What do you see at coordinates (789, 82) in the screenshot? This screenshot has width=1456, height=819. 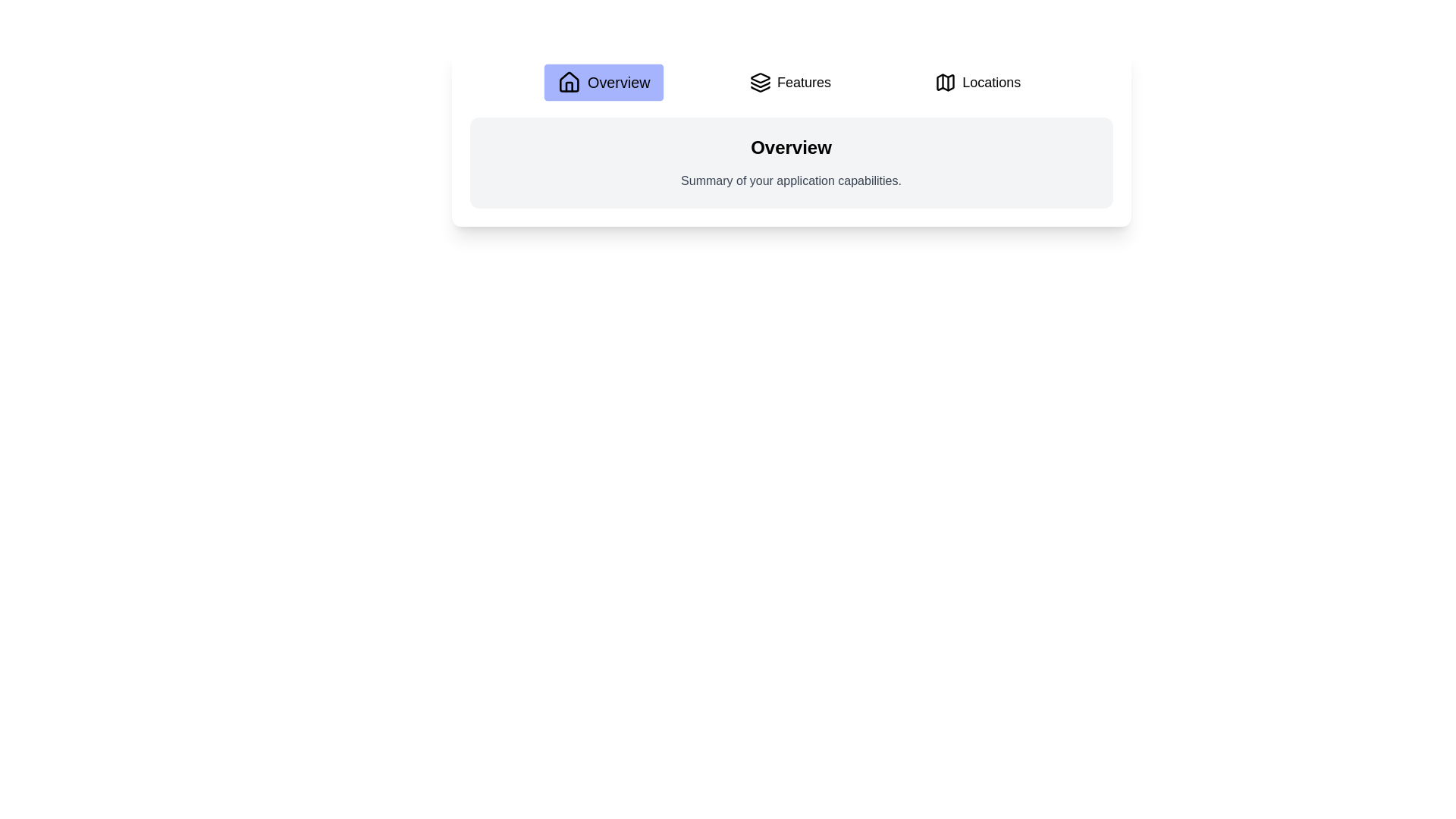 I see `the Features tab to navigate to its content` at bounding box center [789, 82].